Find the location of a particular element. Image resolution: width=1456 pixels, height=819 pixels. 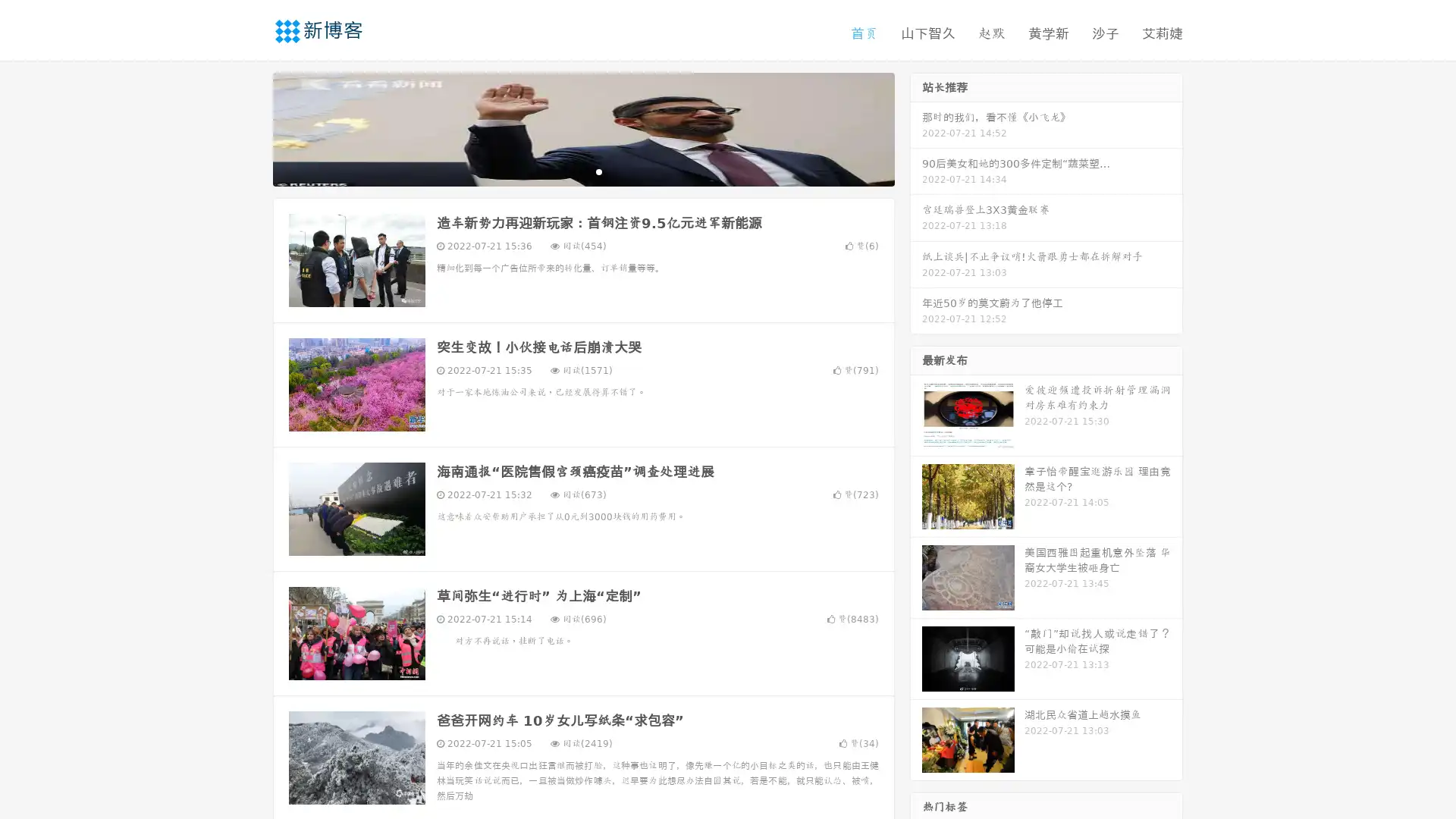

Go to slide 2 is located at coordinates (582, 171).